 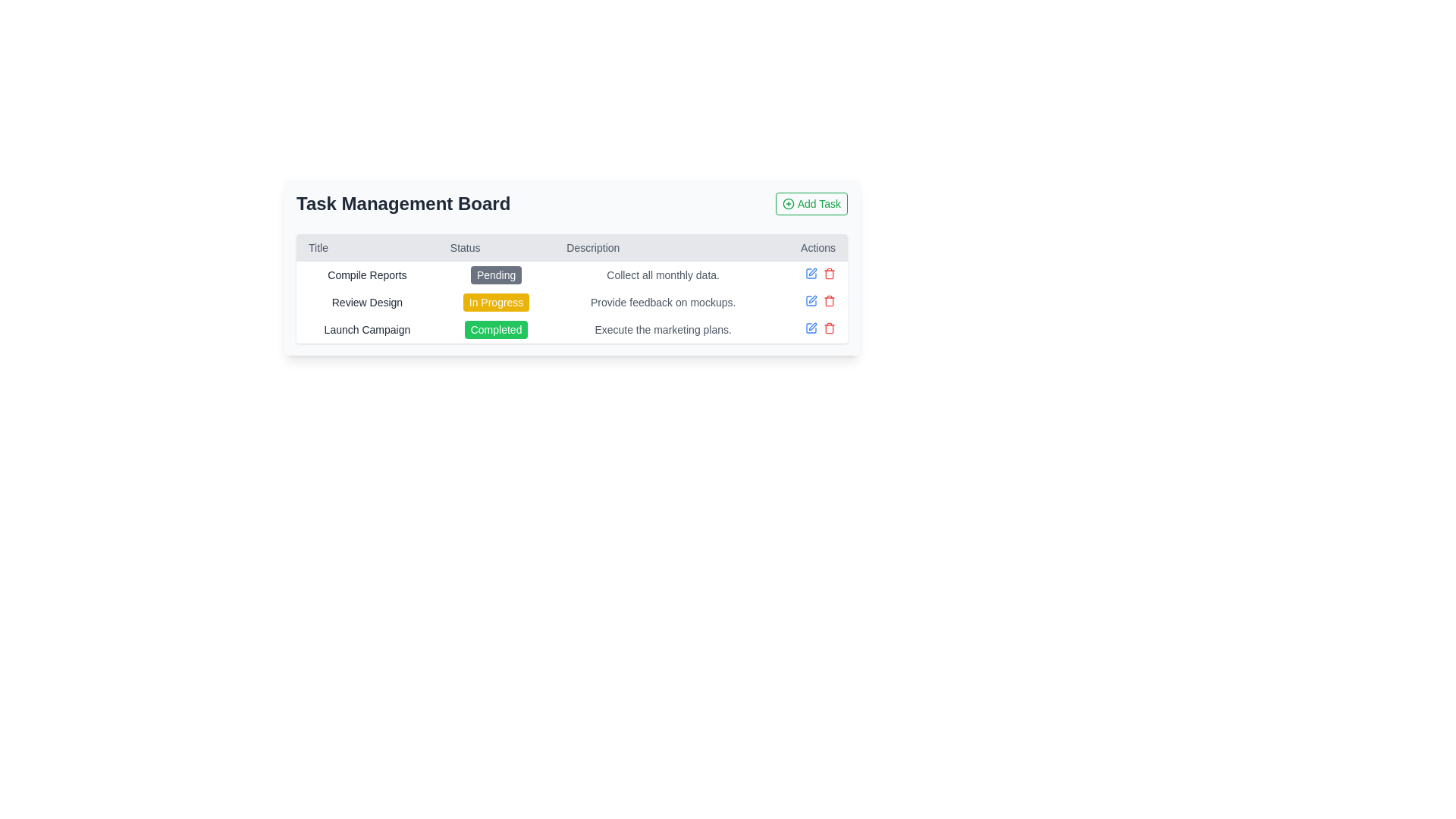 What do you see at coordinates (496, 275) in the screenshot?
I see `the status indicator labeled 'Pending' in the 'Status' column of the 'Compile Reports' row in the task management table` at bounding box center [496, 275].